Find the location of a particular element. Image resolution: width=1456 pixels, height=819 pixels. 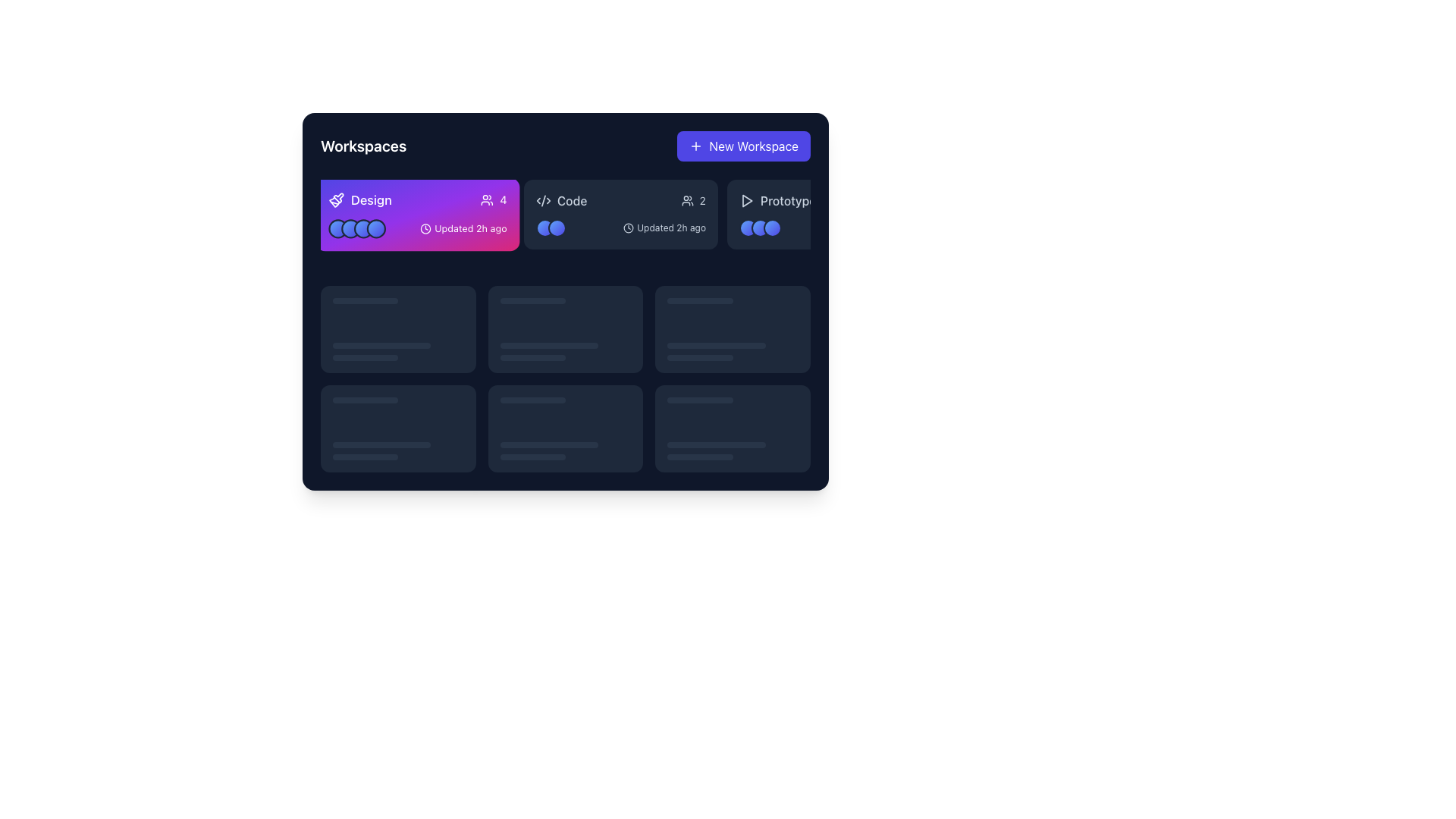

the third circular User Avatar Indicator in the 'Design' workspace panel is located at coordinates (362, 228).